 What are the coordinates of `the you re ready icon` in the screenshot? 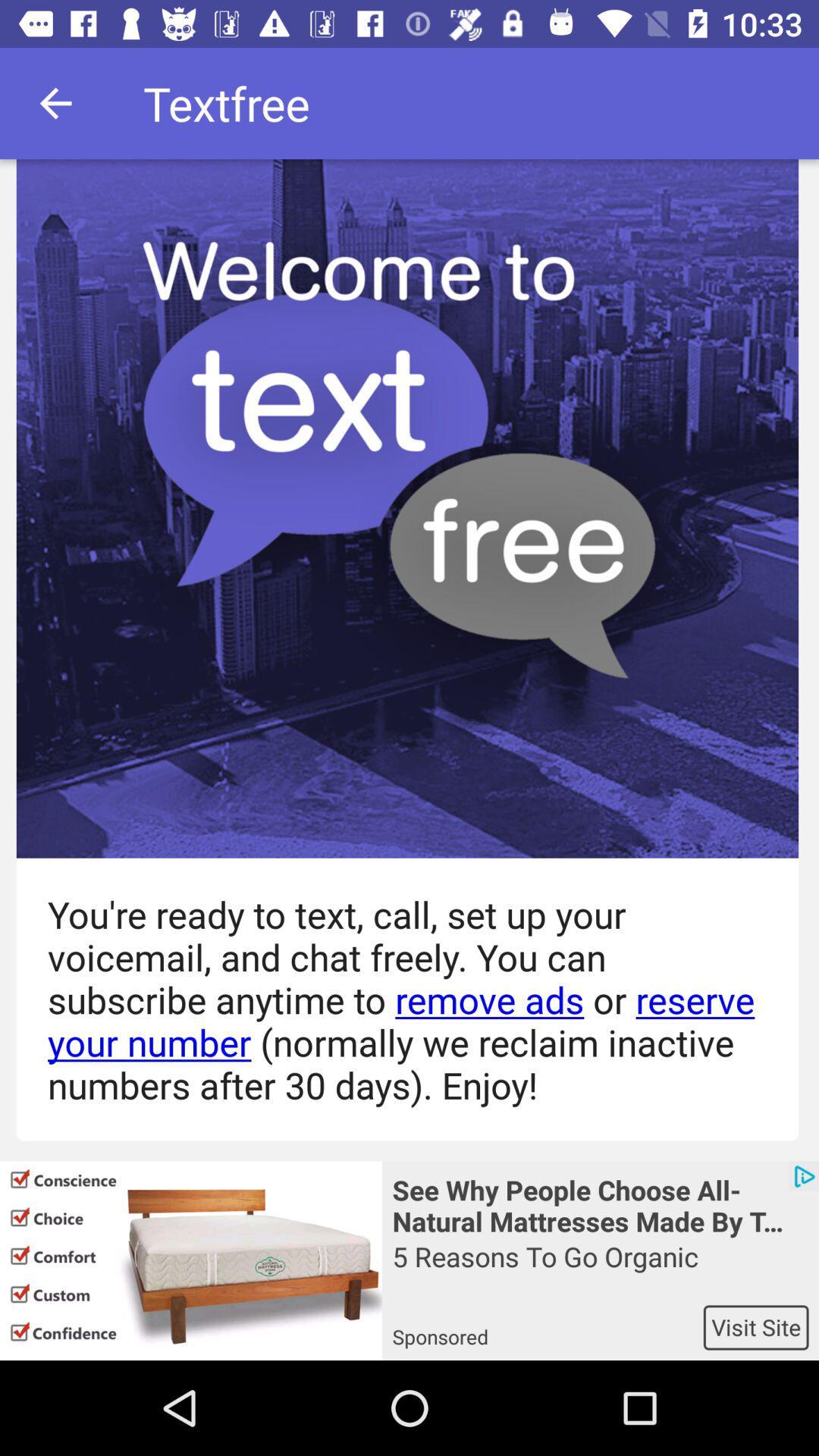 It's located at (398, 999).